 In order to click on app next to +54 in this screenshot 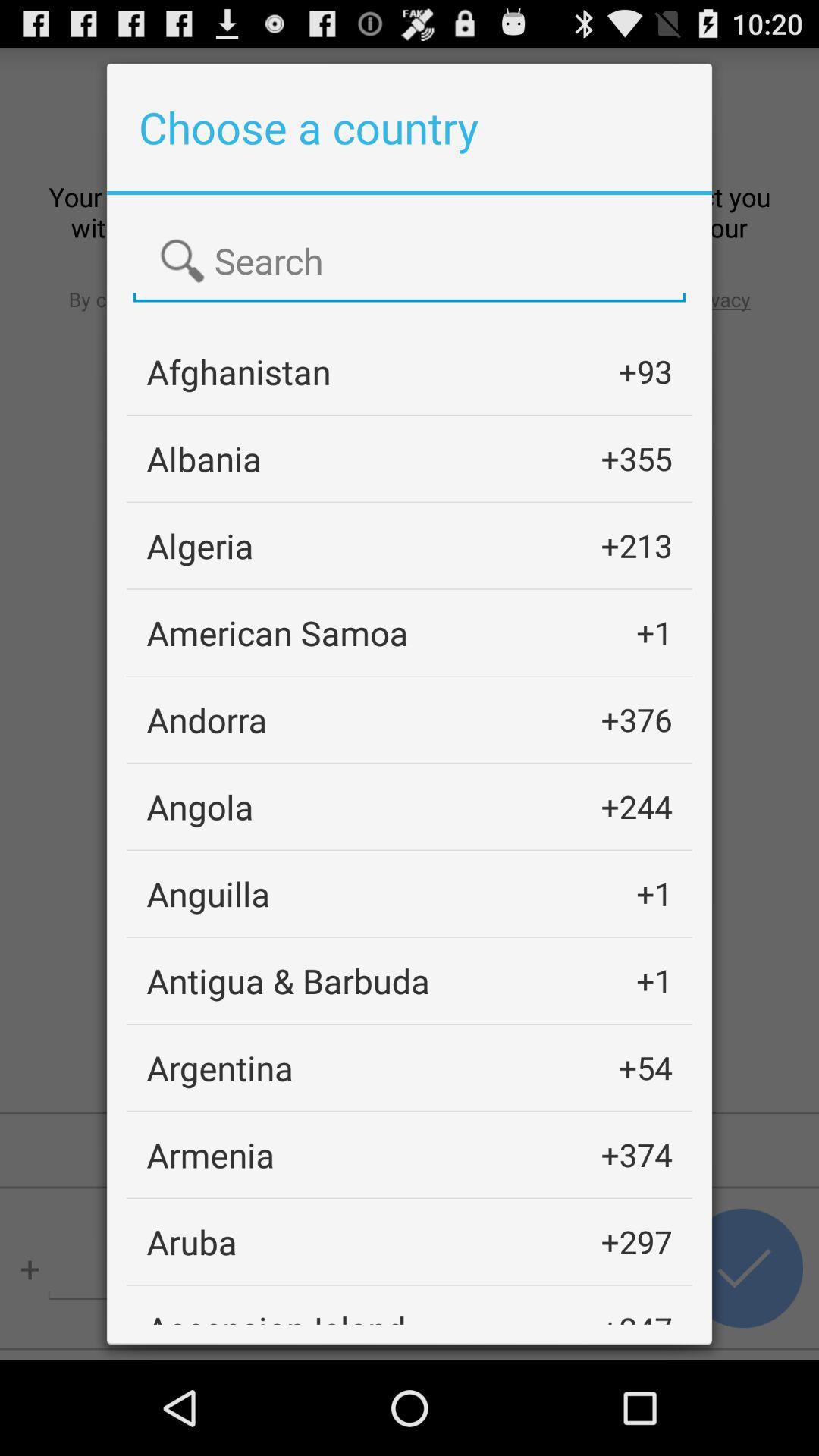, I will do `click(220, 1067)`.